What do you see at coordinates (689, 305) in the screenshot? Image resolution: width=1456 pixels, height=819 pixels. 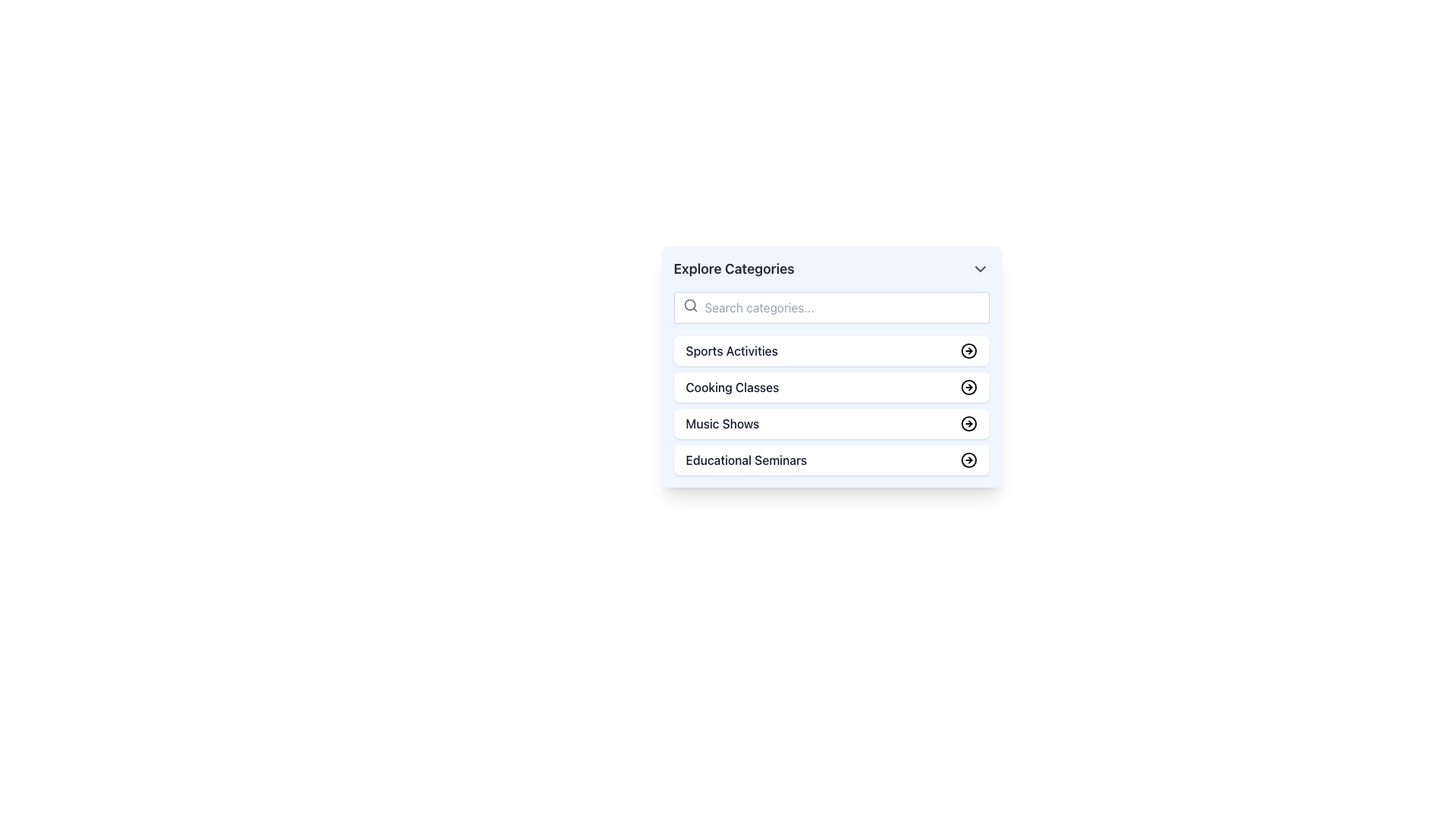 I see `the magnifying glass icon located inside the top input field of the 'Explore Categories' section` at bounding box center [689, 305].